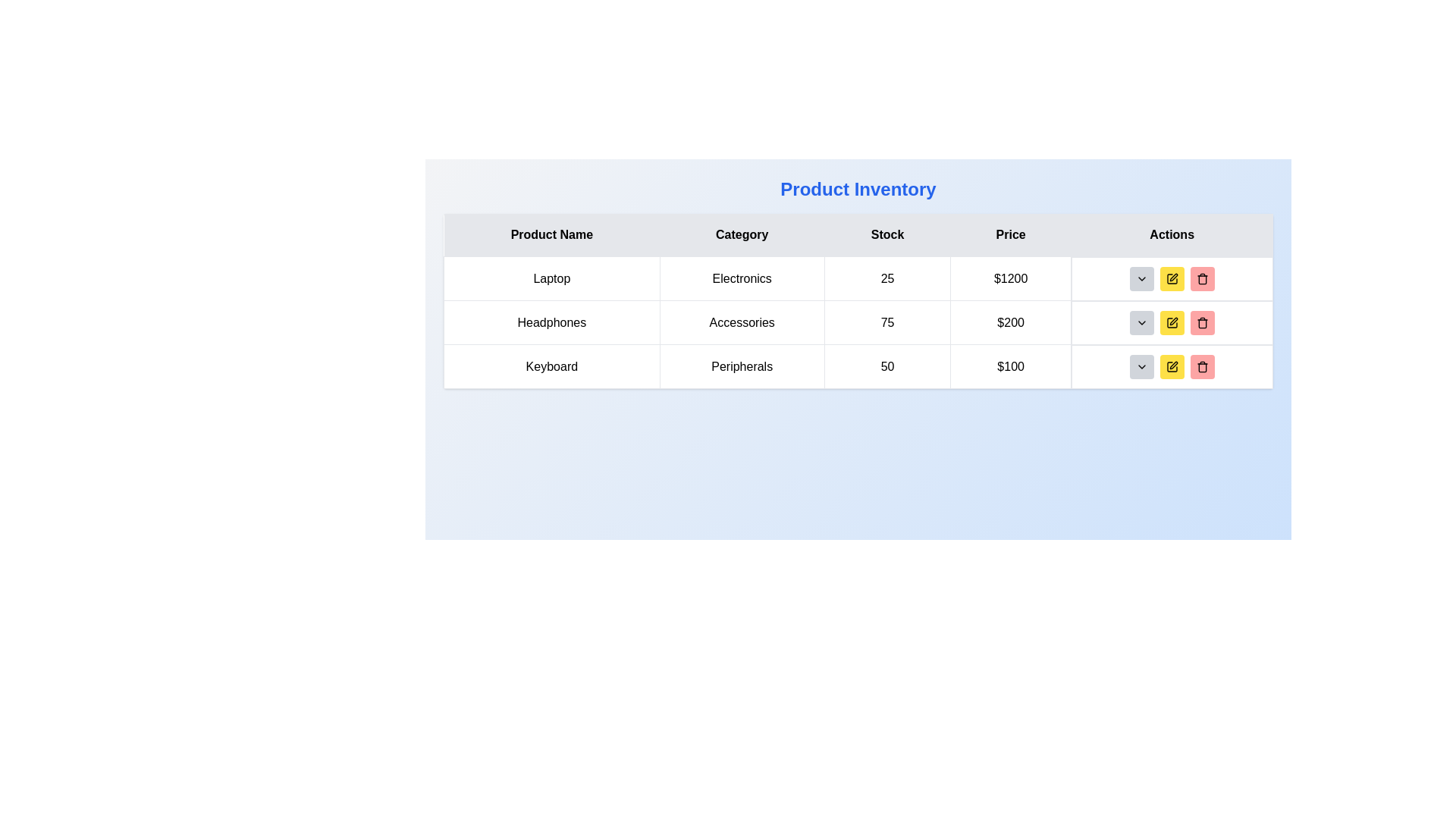 The height and width of the screenshot is (819, 1456). I want to click on the edit icon button located in the Actions column of the third row of the data table, so click(1172, 365).